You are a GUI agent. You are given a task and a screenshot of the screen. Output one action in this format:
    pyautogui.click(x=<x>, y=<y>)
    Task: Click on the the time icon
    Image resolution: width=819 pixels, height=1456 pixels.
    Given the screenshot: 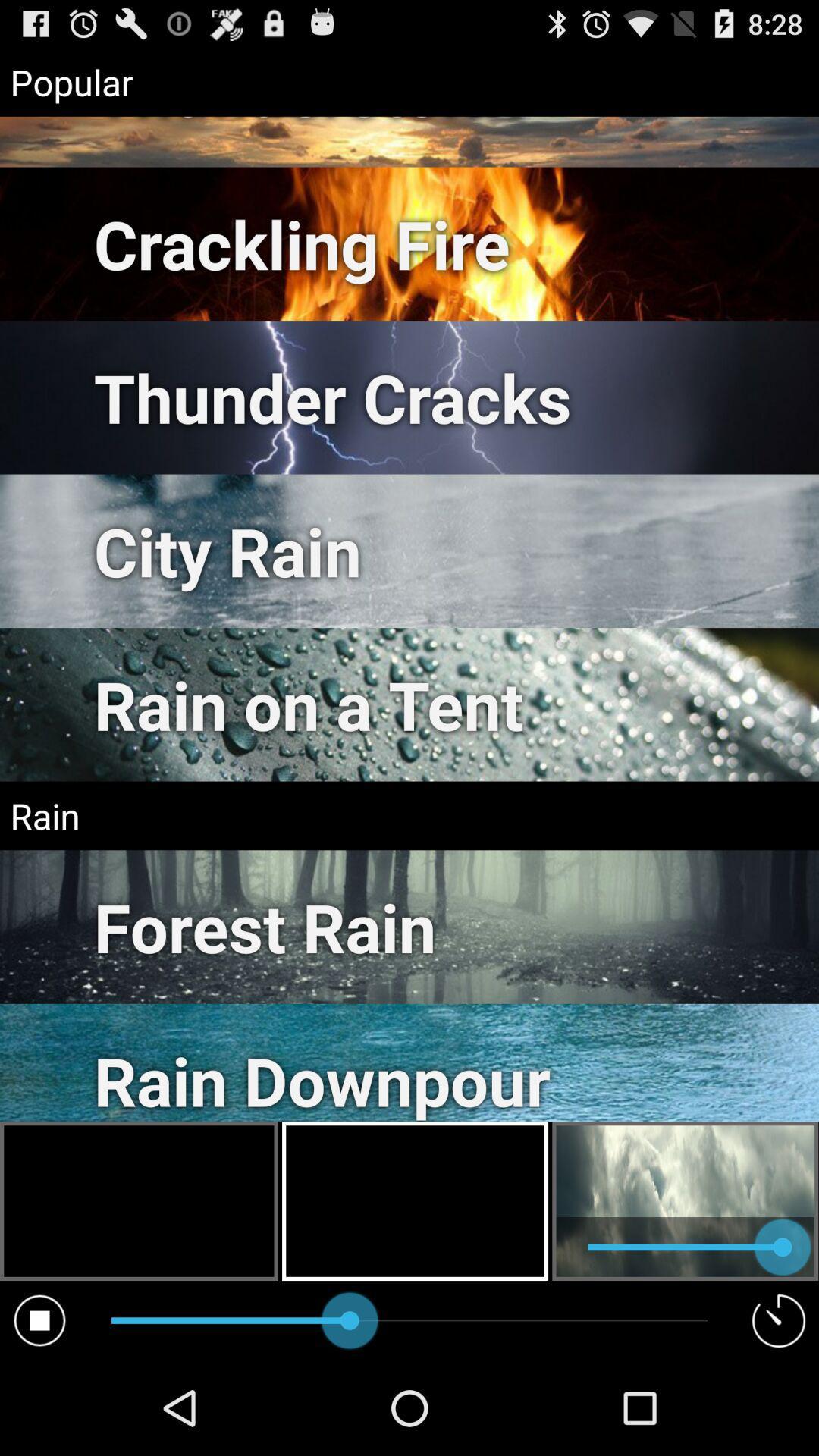 What is the action you would take?
    pyautogui.click(x=779, y=1412)
    